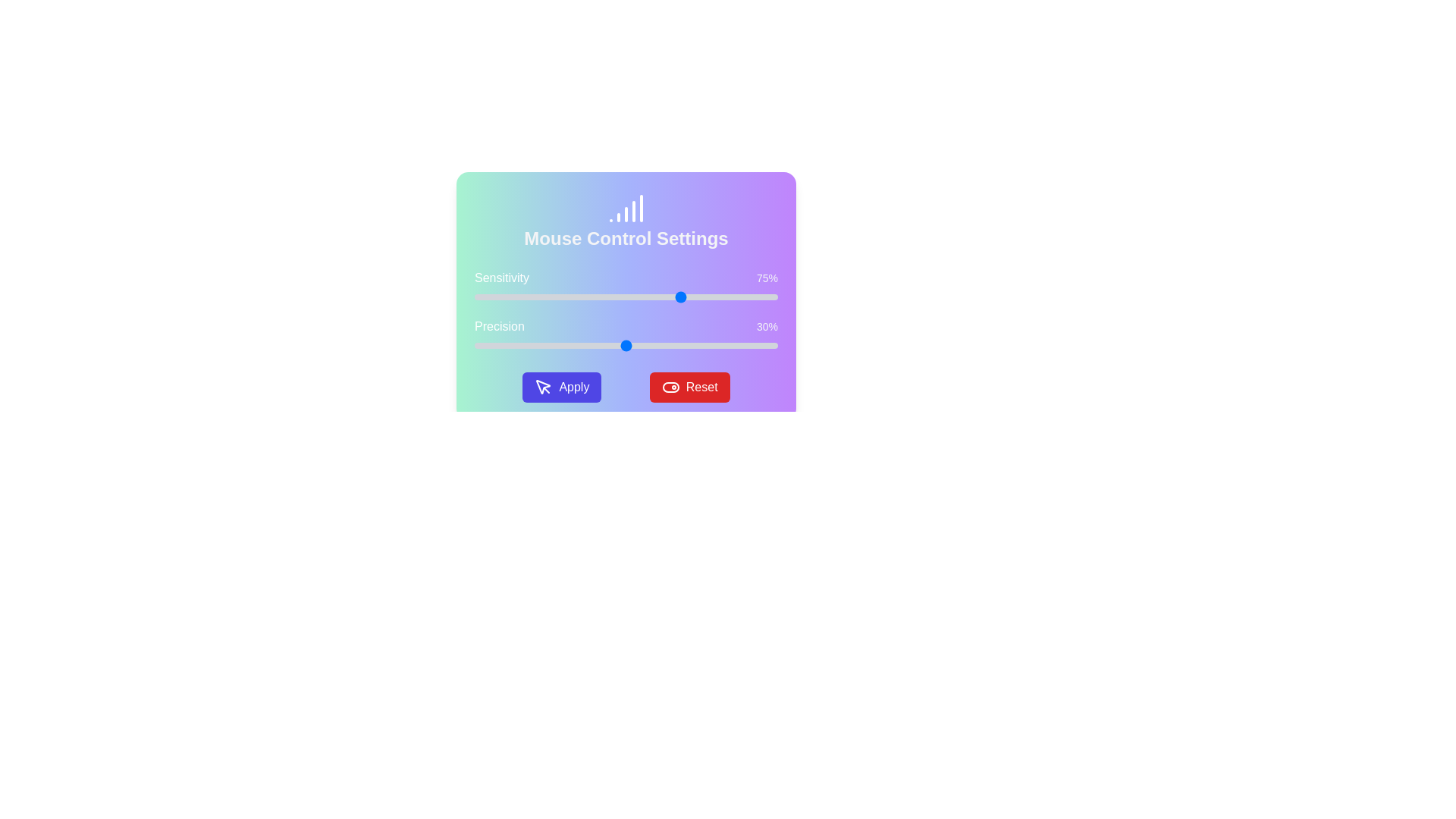  Describe the element at coordinates (626, 208) in the screenshot. I see `the signal-strength meter icon, which is a stylized icon with increasing height bars, located near the top center of the 'Mouse Control Settings' panel above the text 'Mouse Control Settings.'` at that location.